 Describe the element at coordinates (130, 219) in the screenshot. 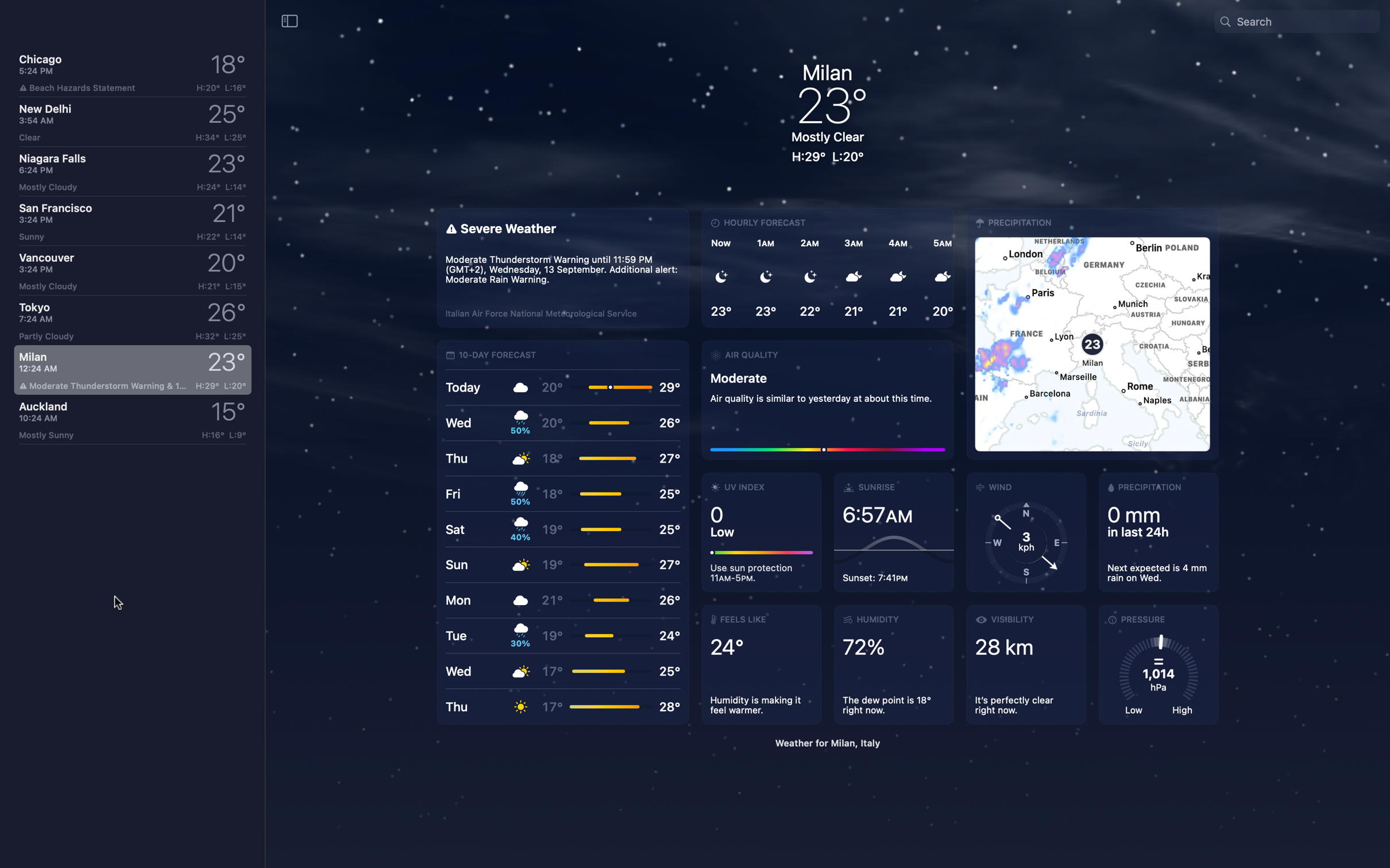

I see `Analyze San Francisco"s current weather conditions` at that location.